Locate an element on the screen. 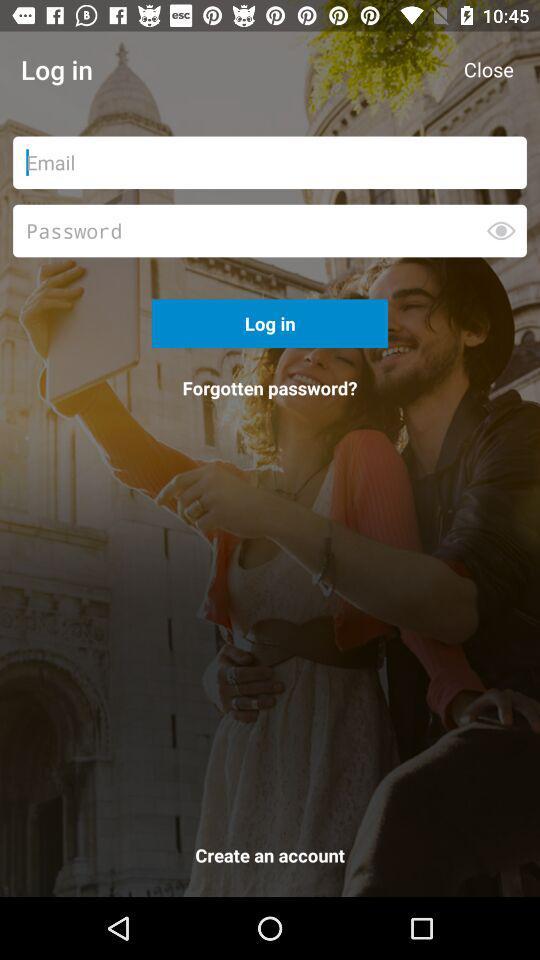 The width and height of the screenshot is (540, 960). app next to log in item is located at coordinates (487, 69).